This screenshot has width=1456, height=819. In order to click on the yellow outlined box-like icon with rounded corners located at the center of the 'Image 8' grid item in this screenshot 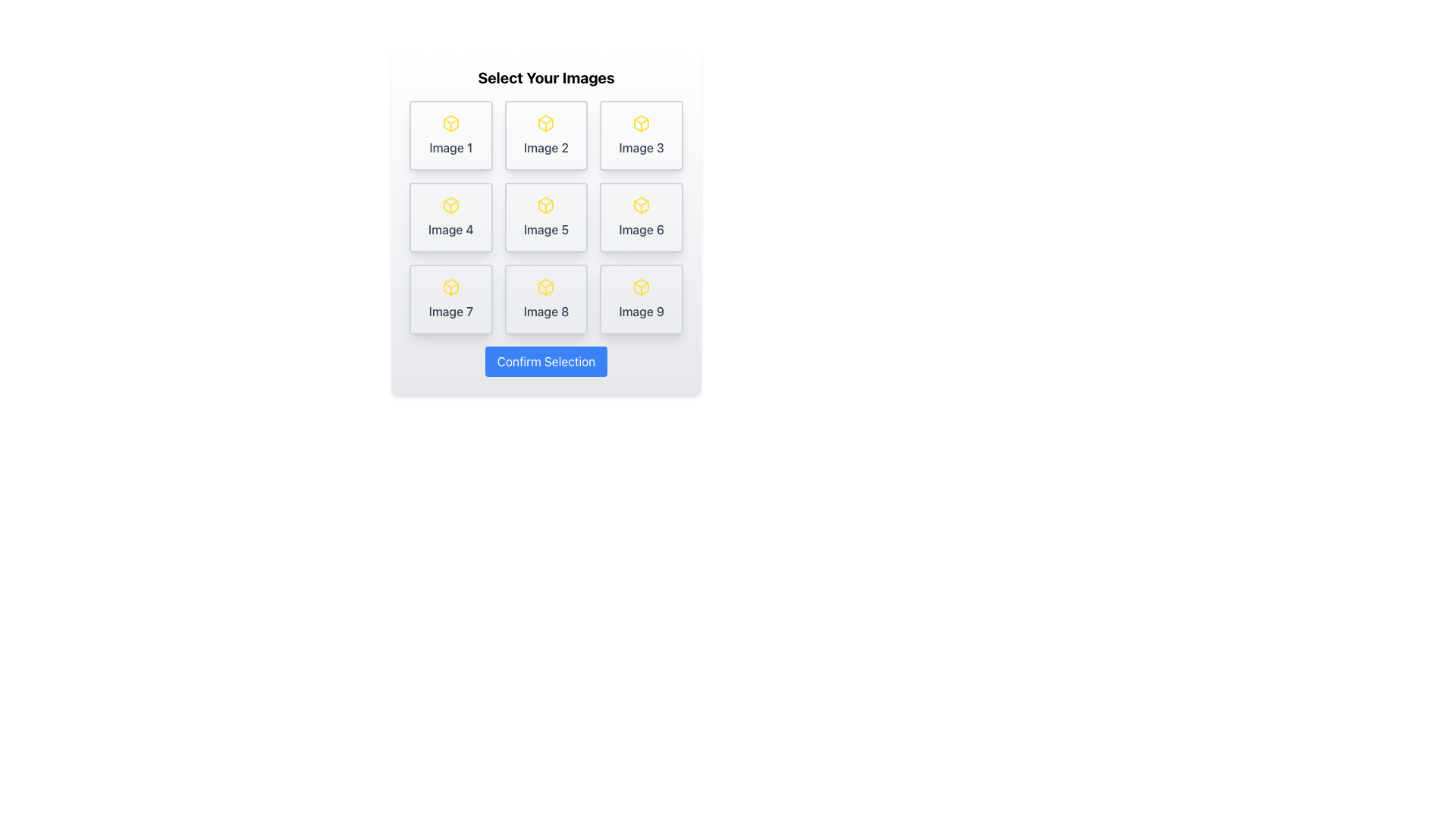, I will do `click(546, 287)`.